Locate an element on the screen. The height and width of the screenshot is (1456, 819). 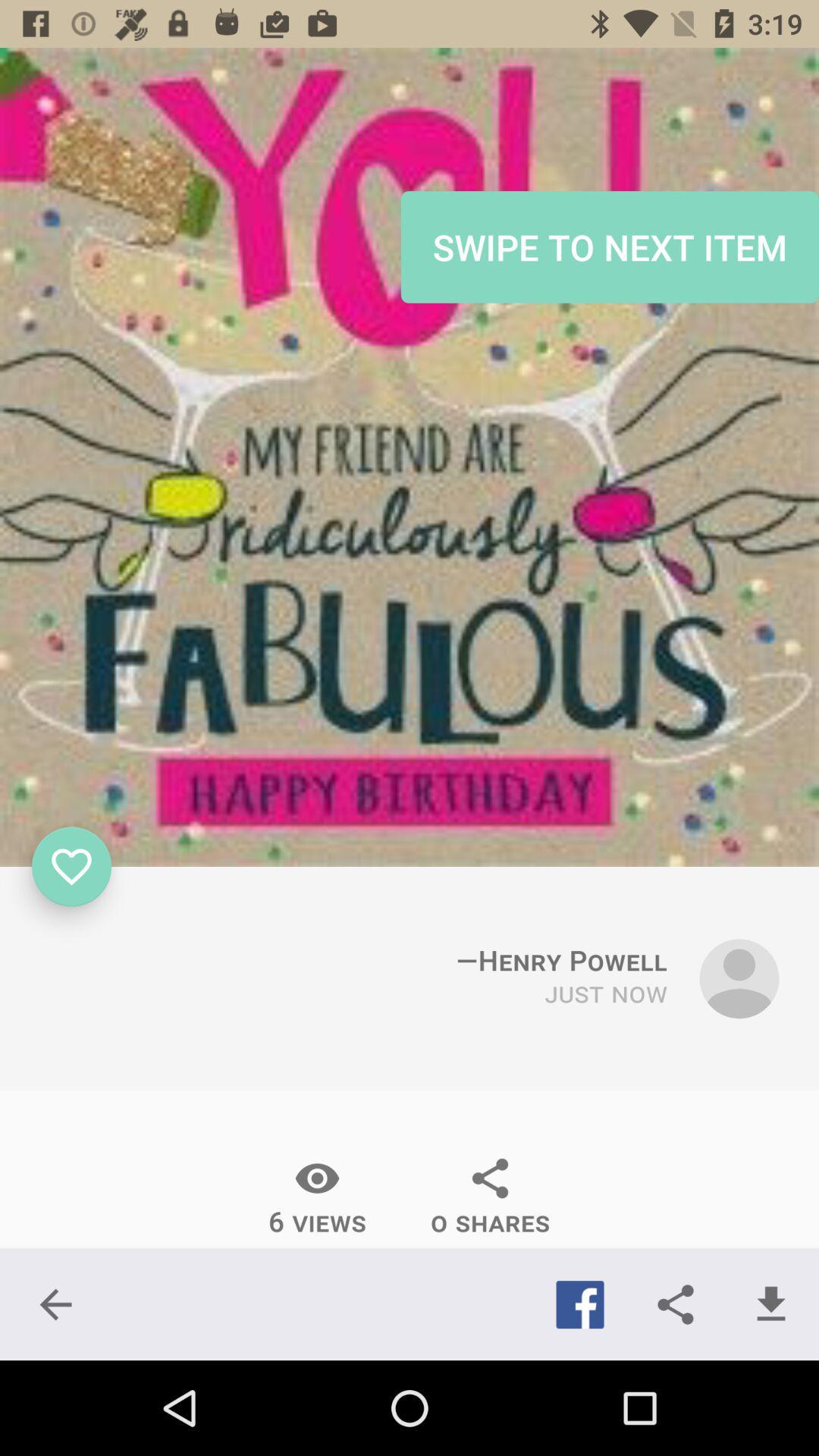
favorites icon is located at coordinates (71, 867).